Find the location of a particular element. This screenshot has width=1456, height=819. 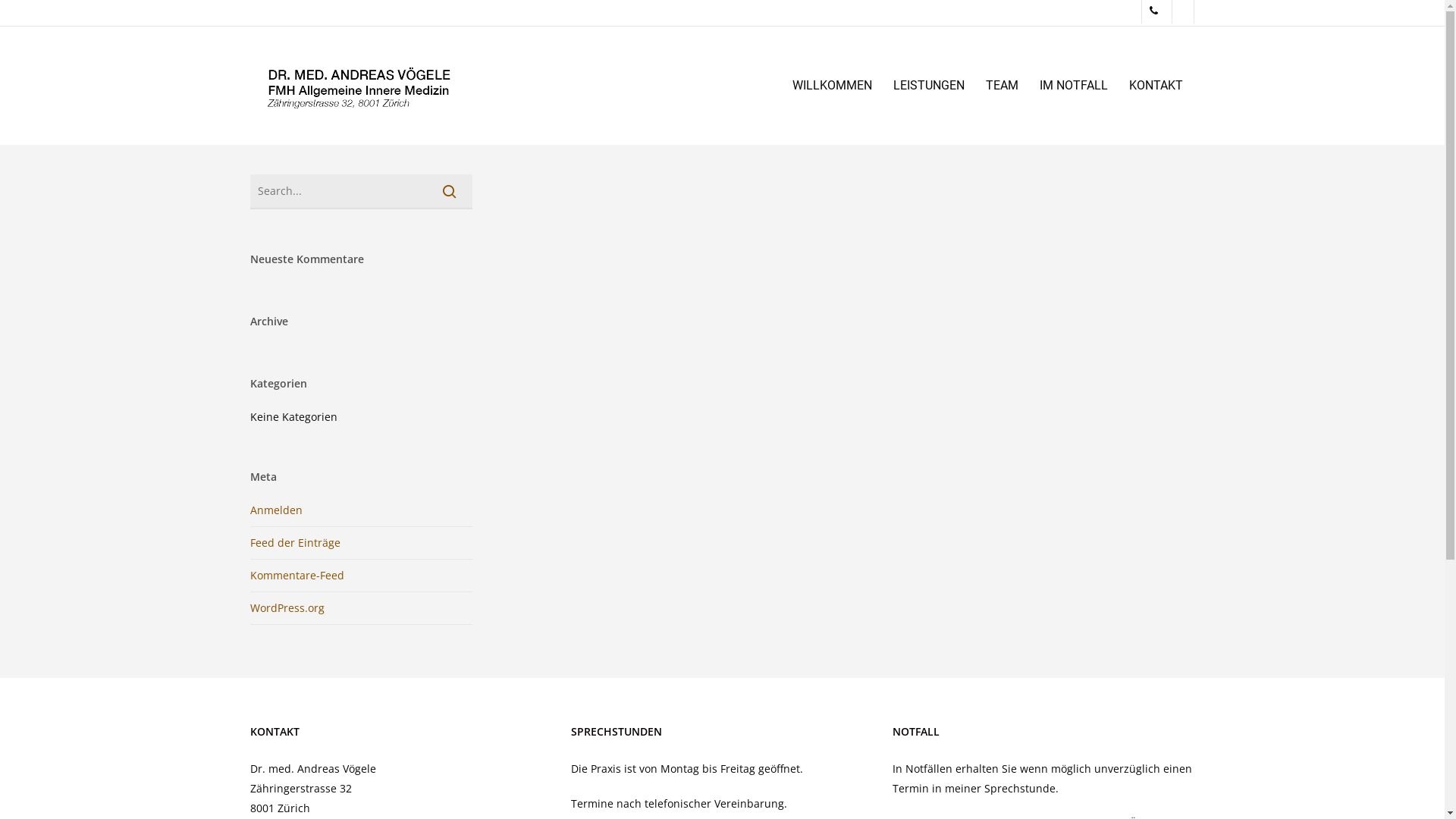

'TEAM' is located at coordinates (1002, 85).